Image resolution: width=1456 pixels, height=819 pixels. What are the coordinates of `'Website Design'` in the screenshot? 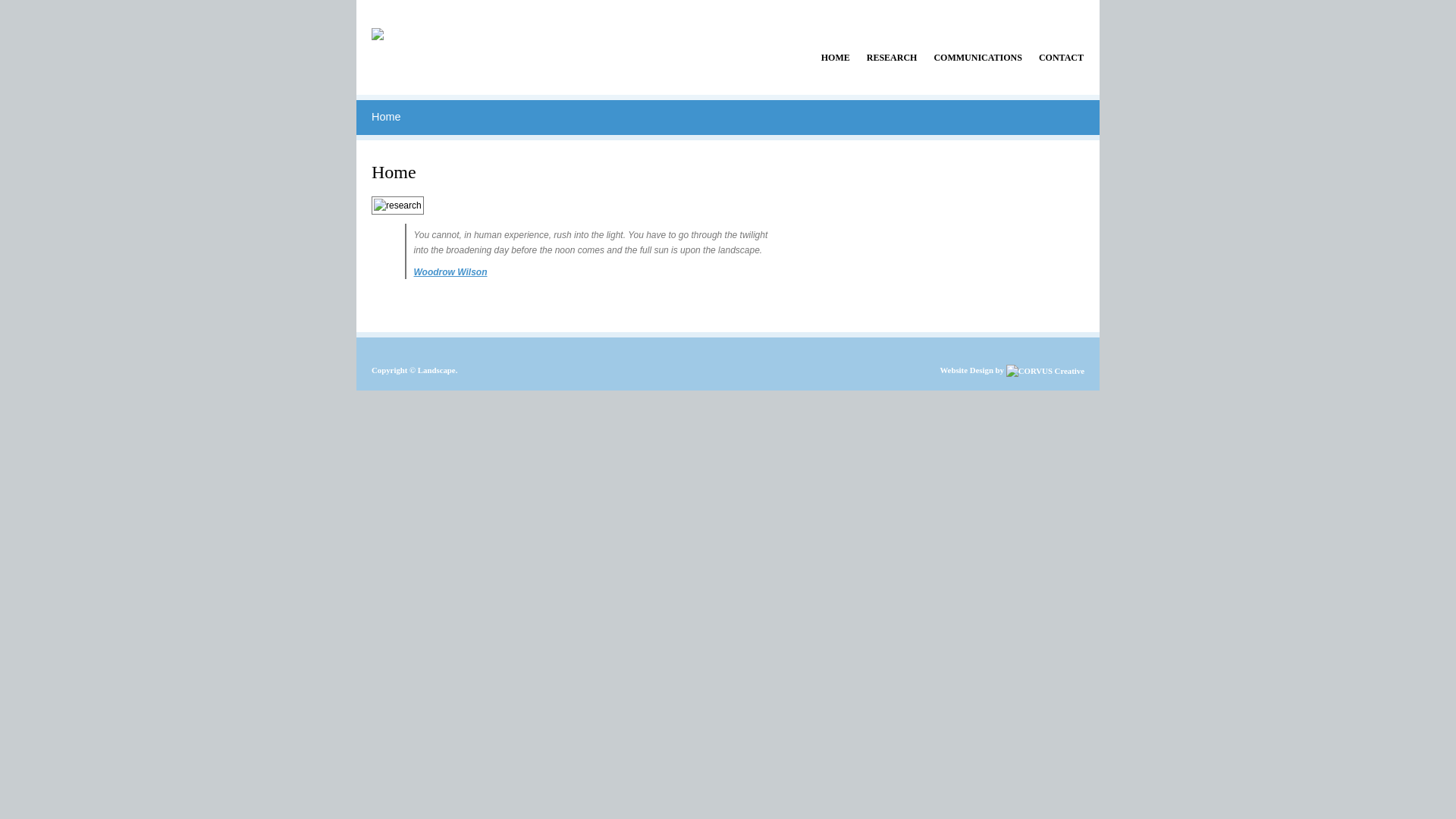 It's located at (965, 370).